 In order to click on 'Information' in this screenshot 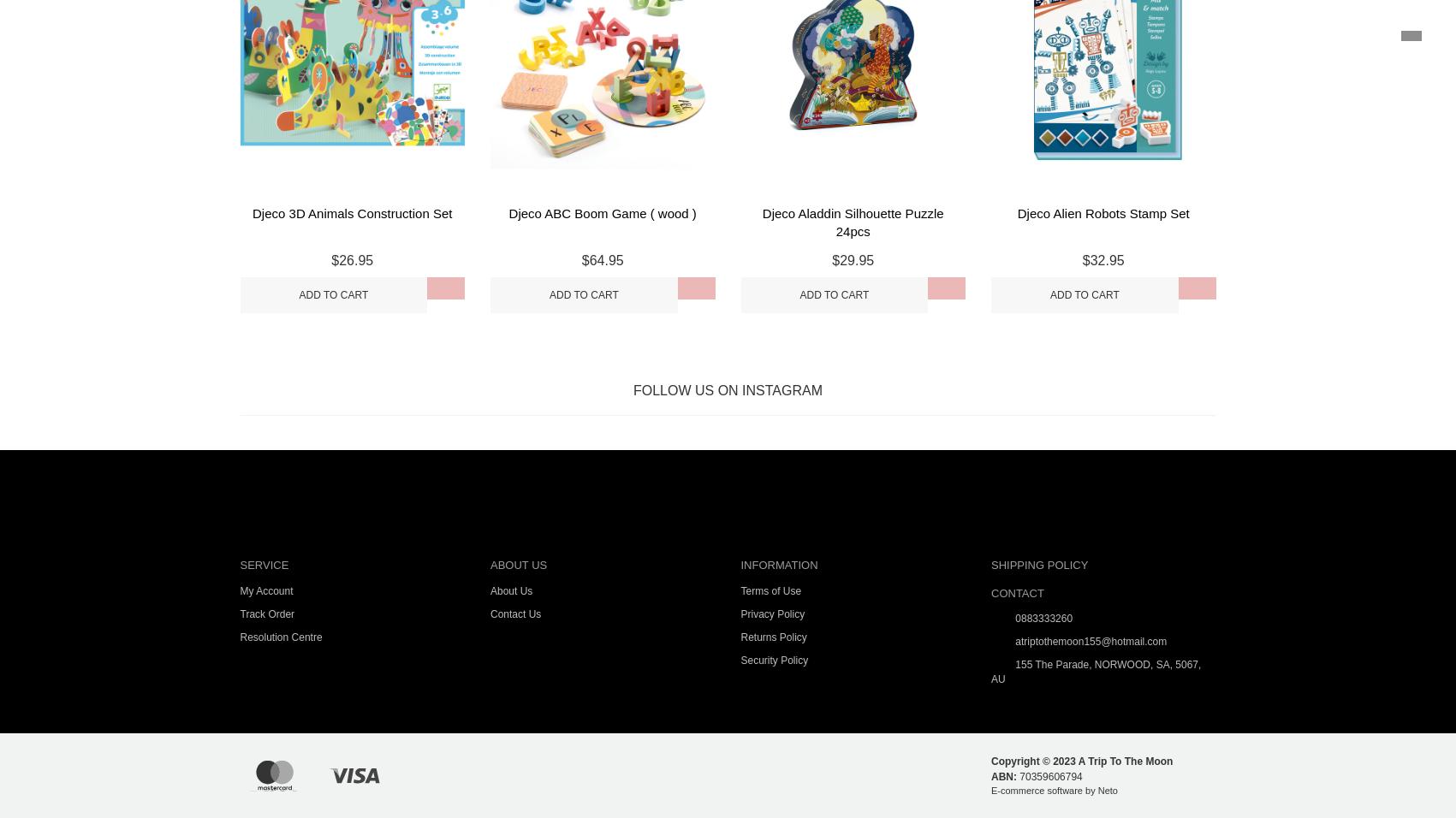, I will do `click(778, 565)`.